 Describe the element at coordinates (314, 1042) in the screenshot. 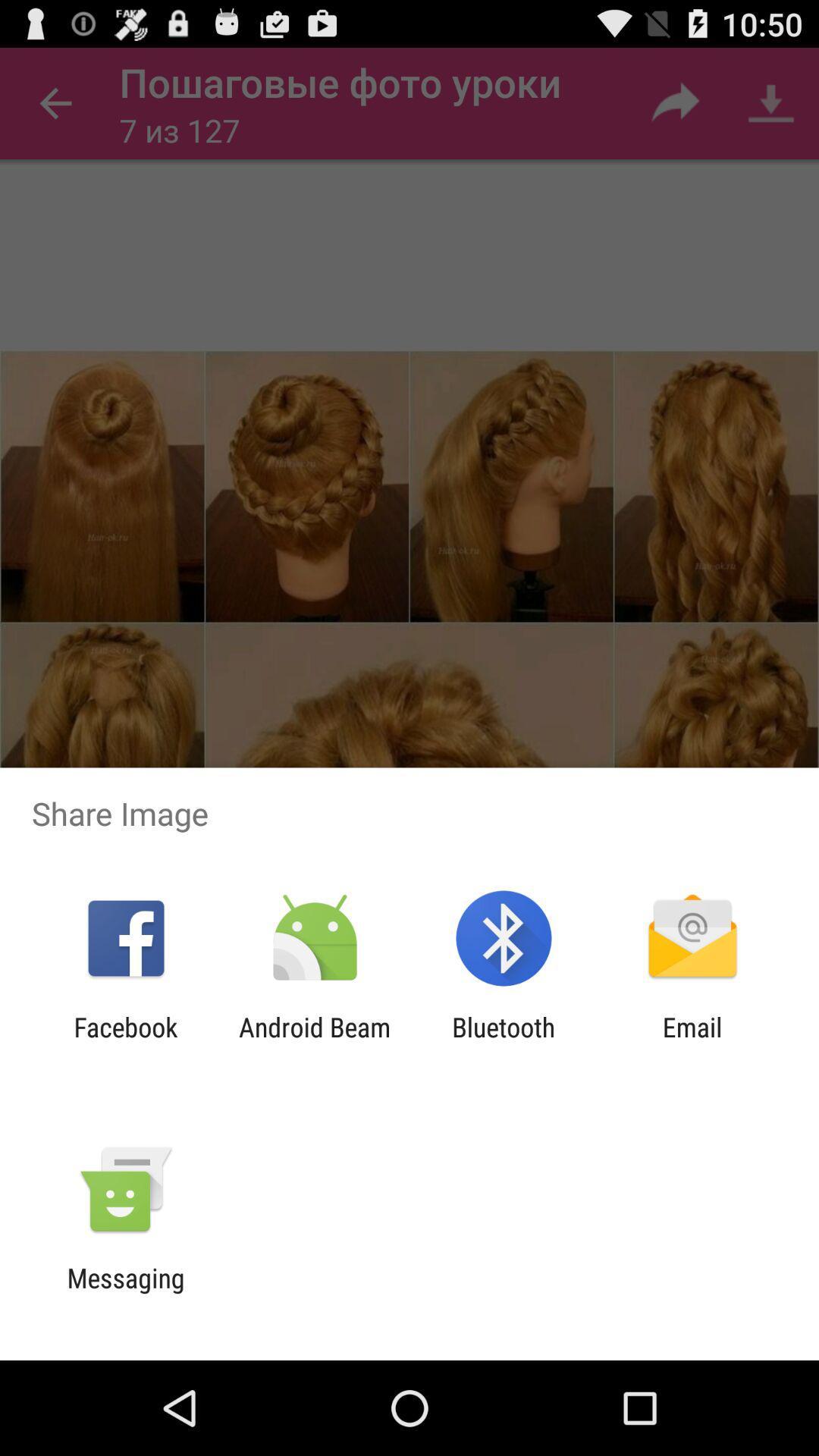

I see `the icon next to the bluetooth` at that location.